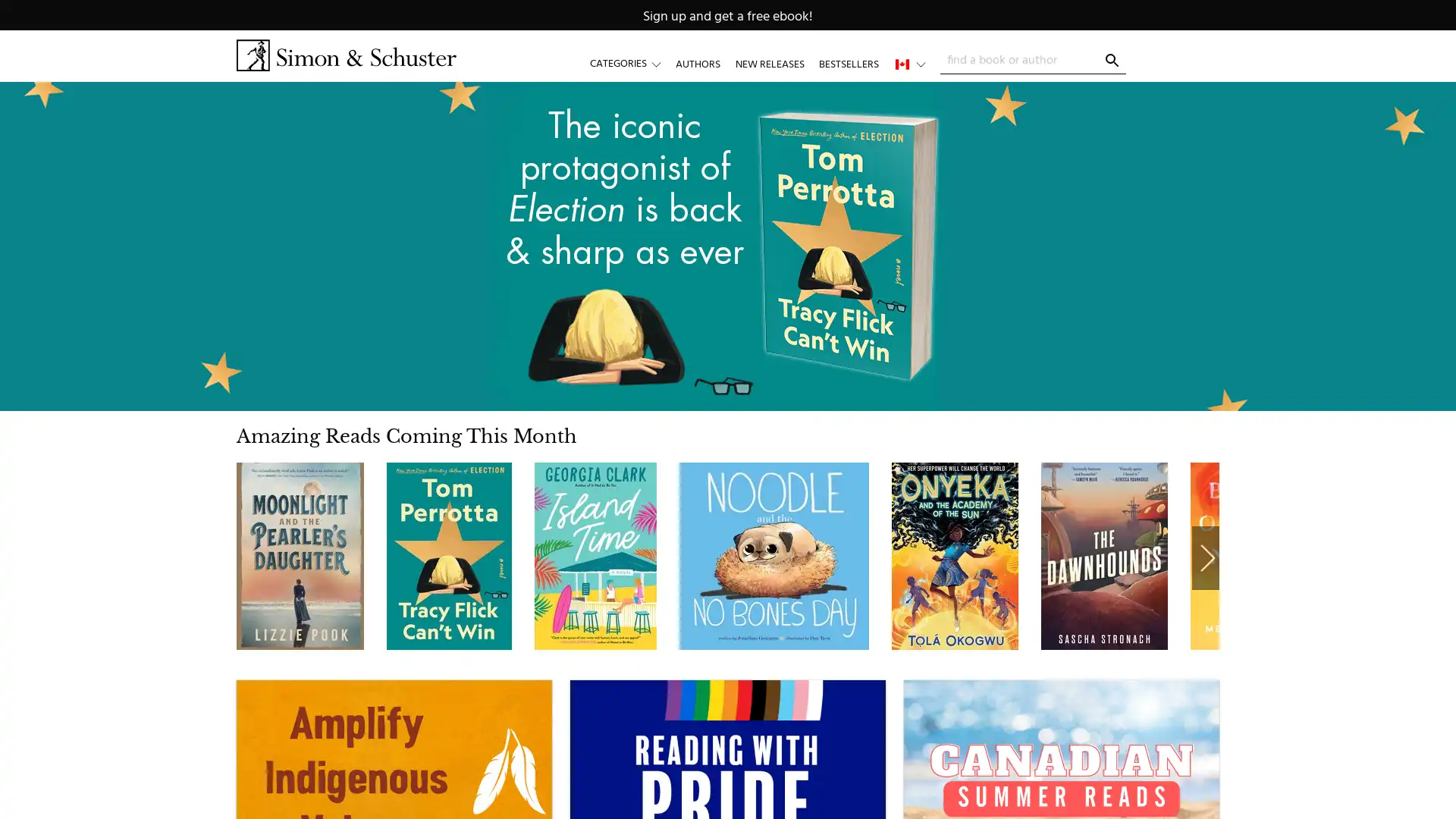 Image resolution: width=1456 pixels, height=819 pixels. Describe the element at coordinates (632, 63) in the screenshot. I see `CATEGORIES` at that location.